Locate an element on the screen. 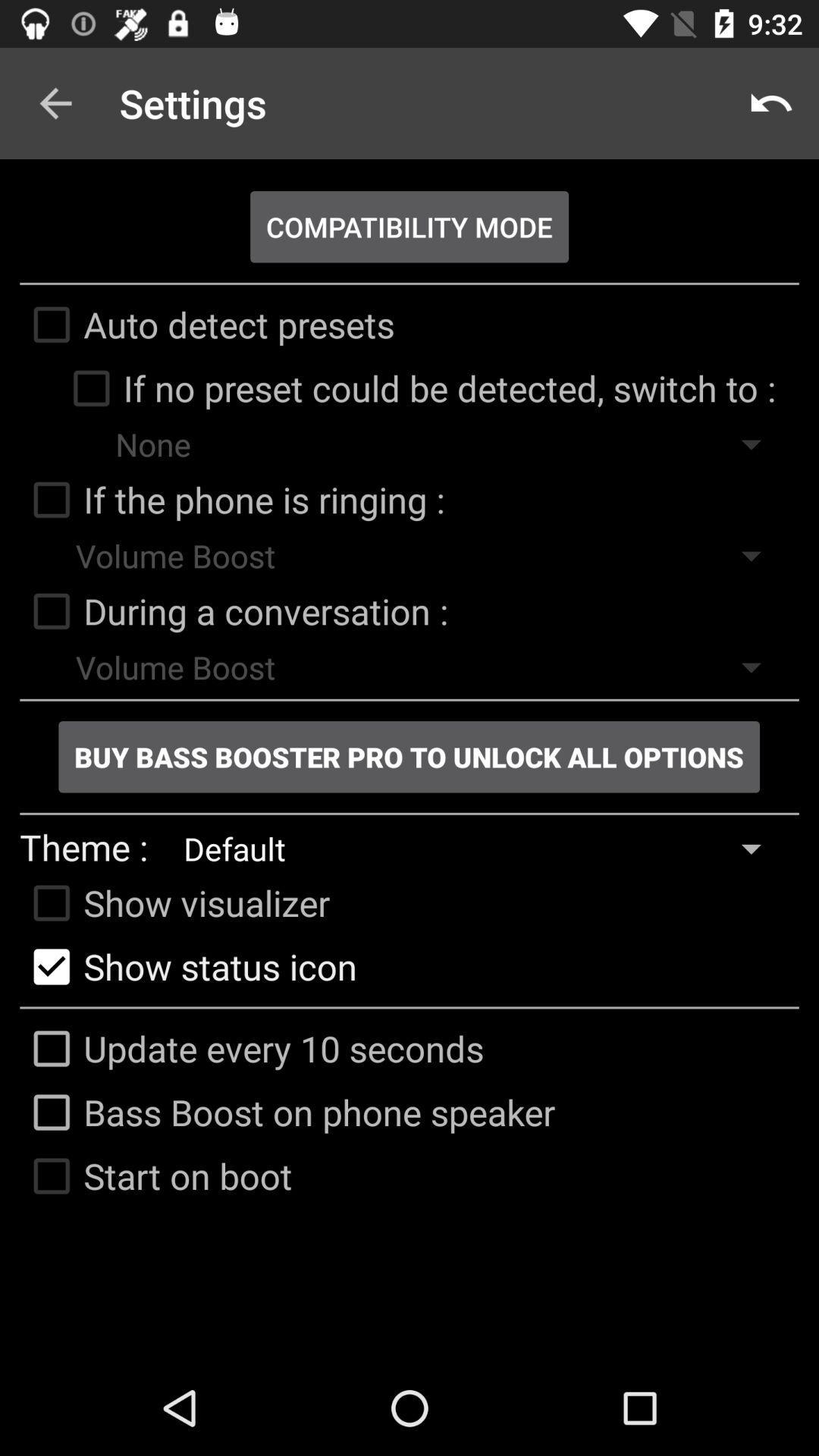 The image size is (819, 1456). the if no preset is located at coordinates (417, 388).